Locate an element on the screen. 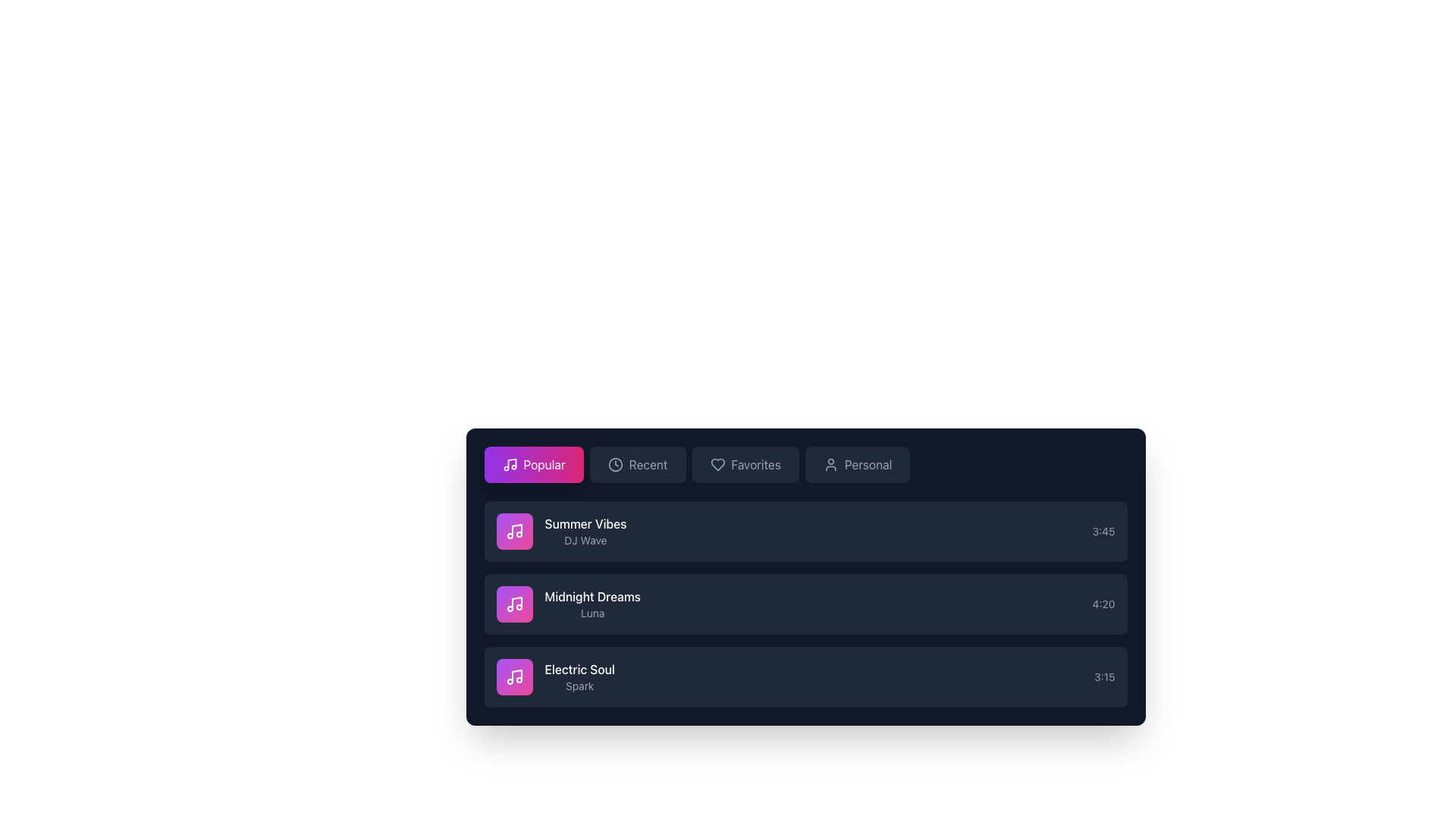  the button displaying the text 'Popular', which has a gradient background from purple to pink and is styled with a rounded rectangular shape is located at coordinates (544, 464).